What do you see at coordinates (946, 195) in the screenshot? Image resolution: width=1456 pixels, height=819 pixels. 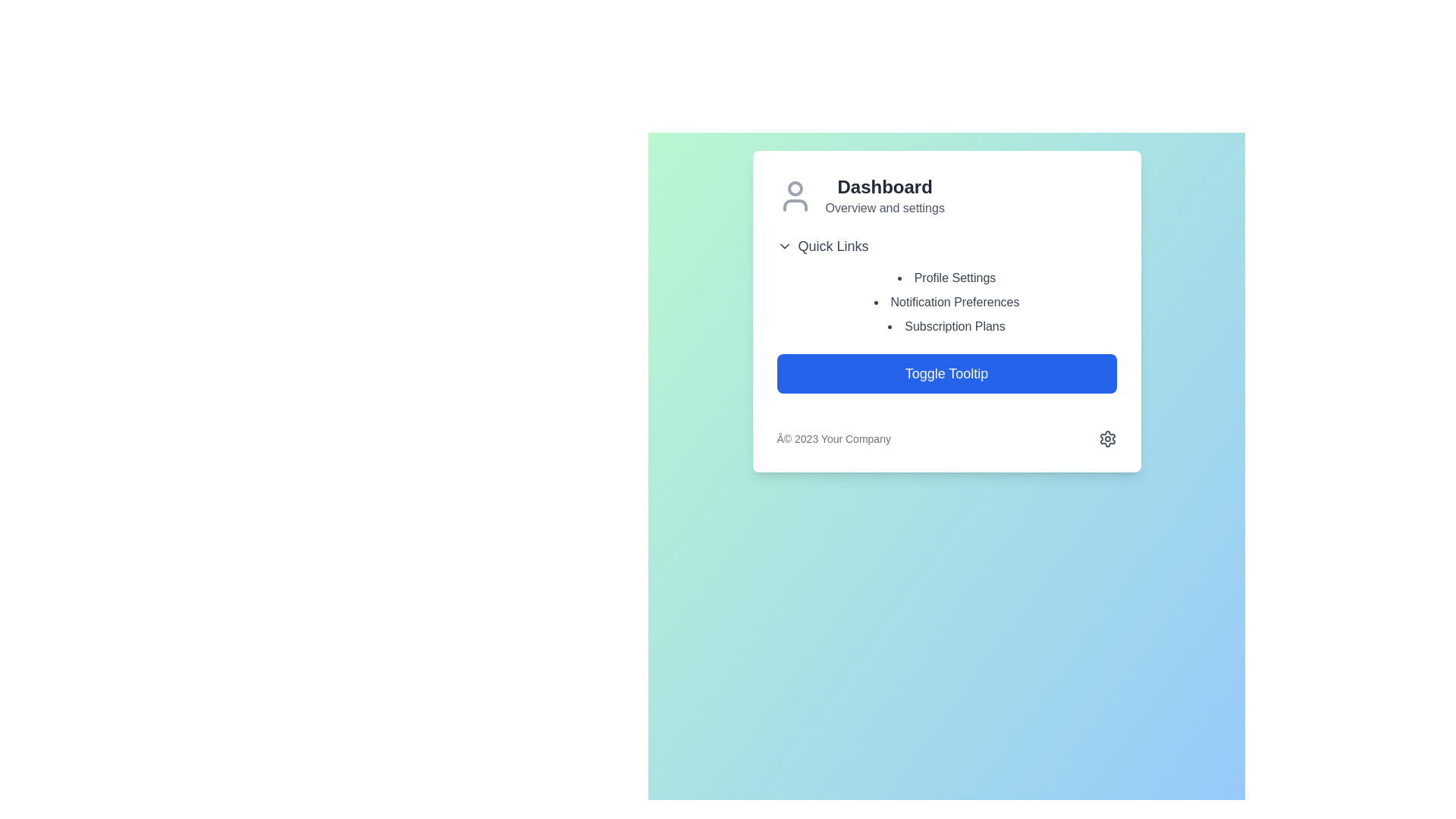 I see `the header informational block, which combines an icon and textual labels` at bounding box center [946, 195].